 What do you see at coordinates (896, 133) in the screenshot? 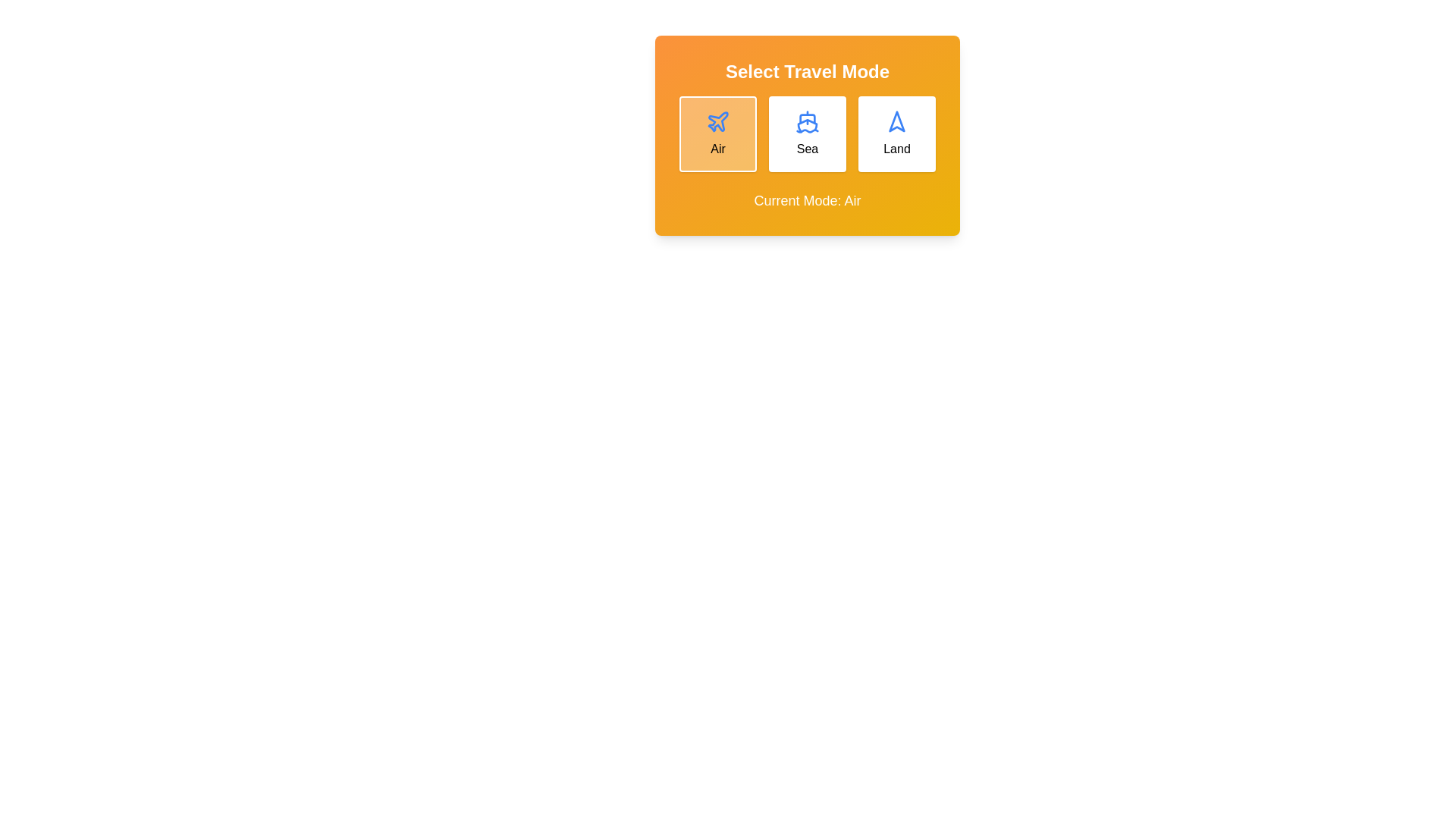
I see `the button corresponding to the travel mode Land` at bounding box center [896, 133].